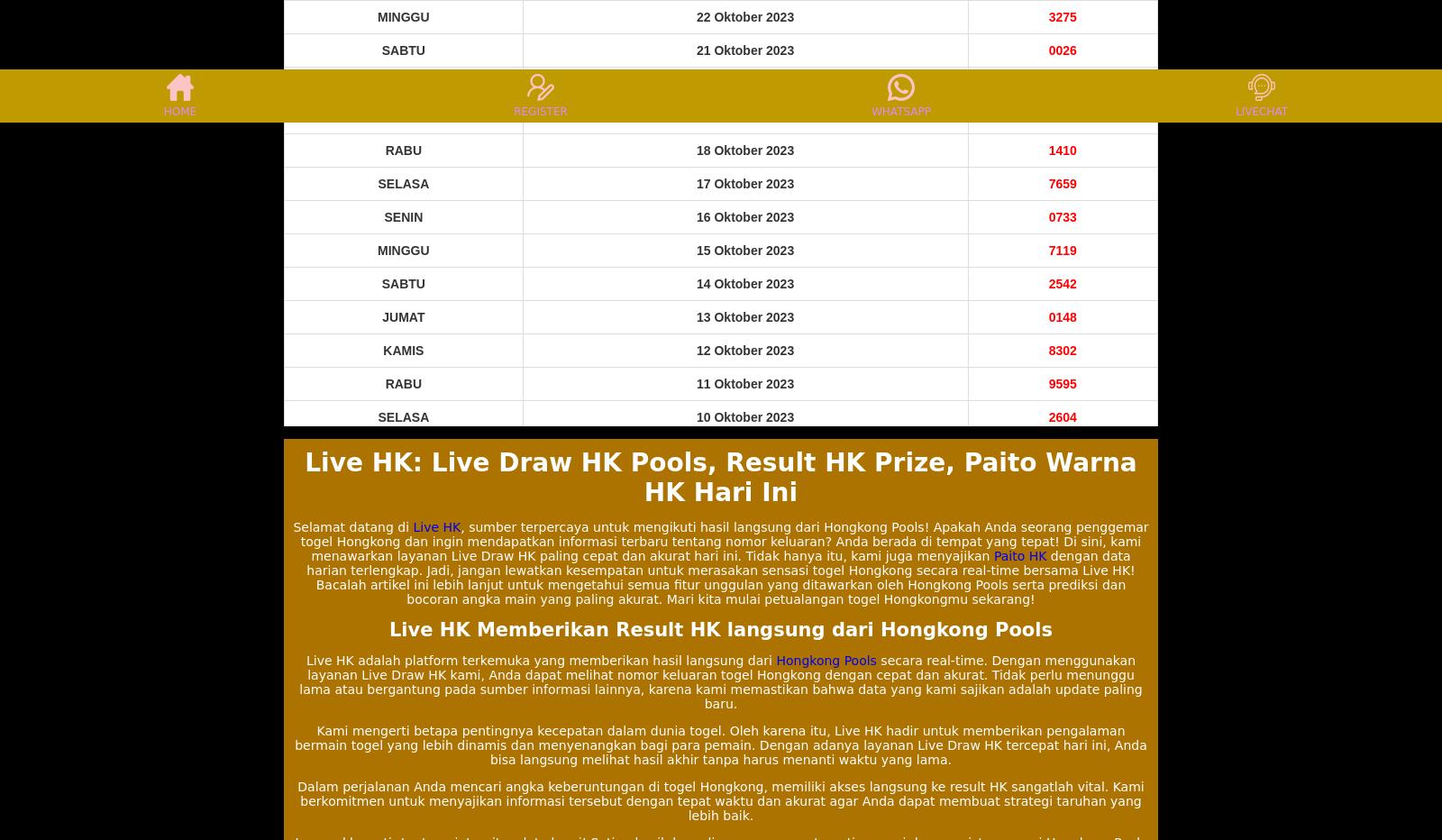  I want to click on 'Hongkong Pools', so click(825, 660).